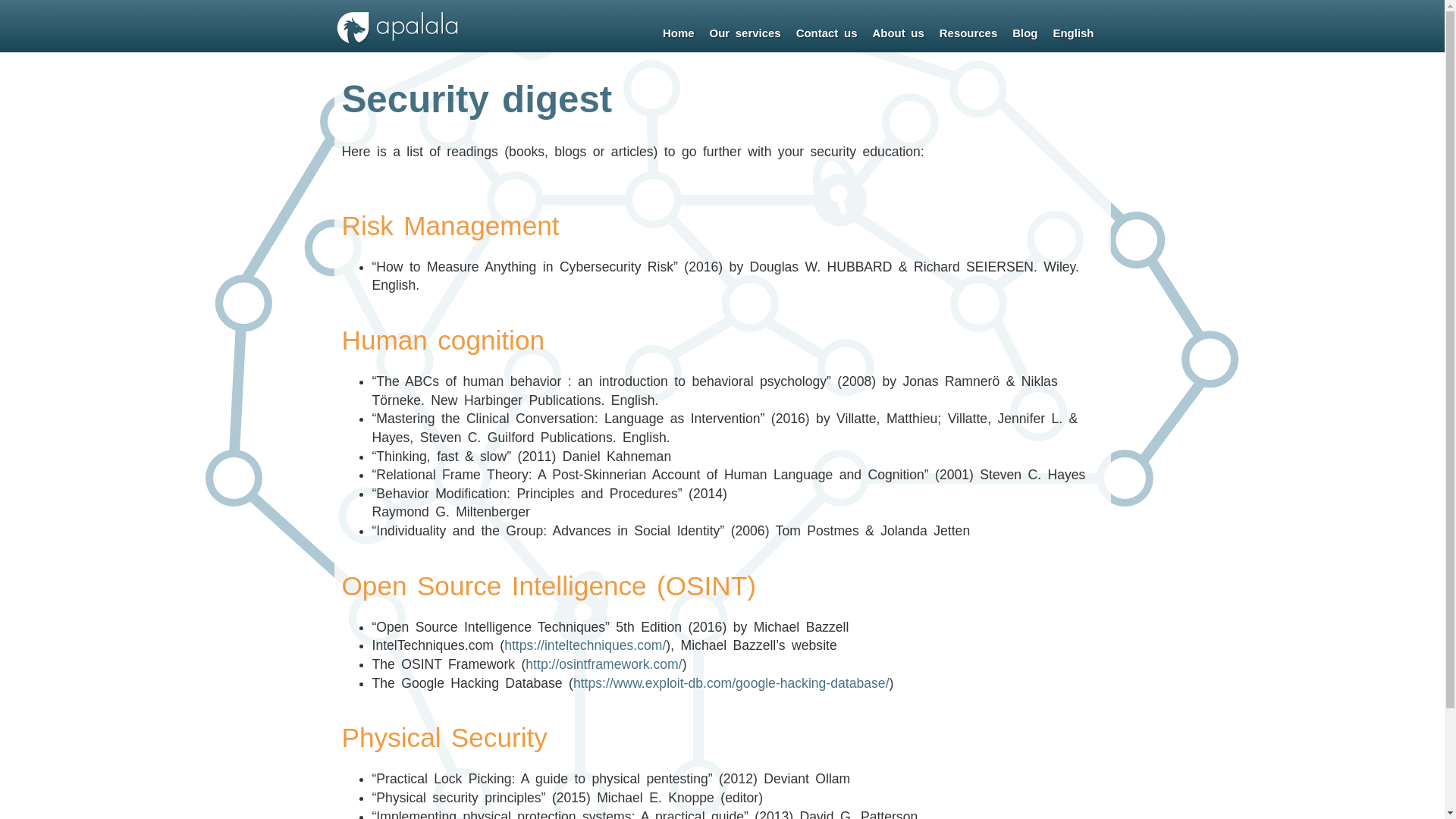  Describe the element at coordinates (898, 33) in the screenshot. I see `'About us'` at that location.